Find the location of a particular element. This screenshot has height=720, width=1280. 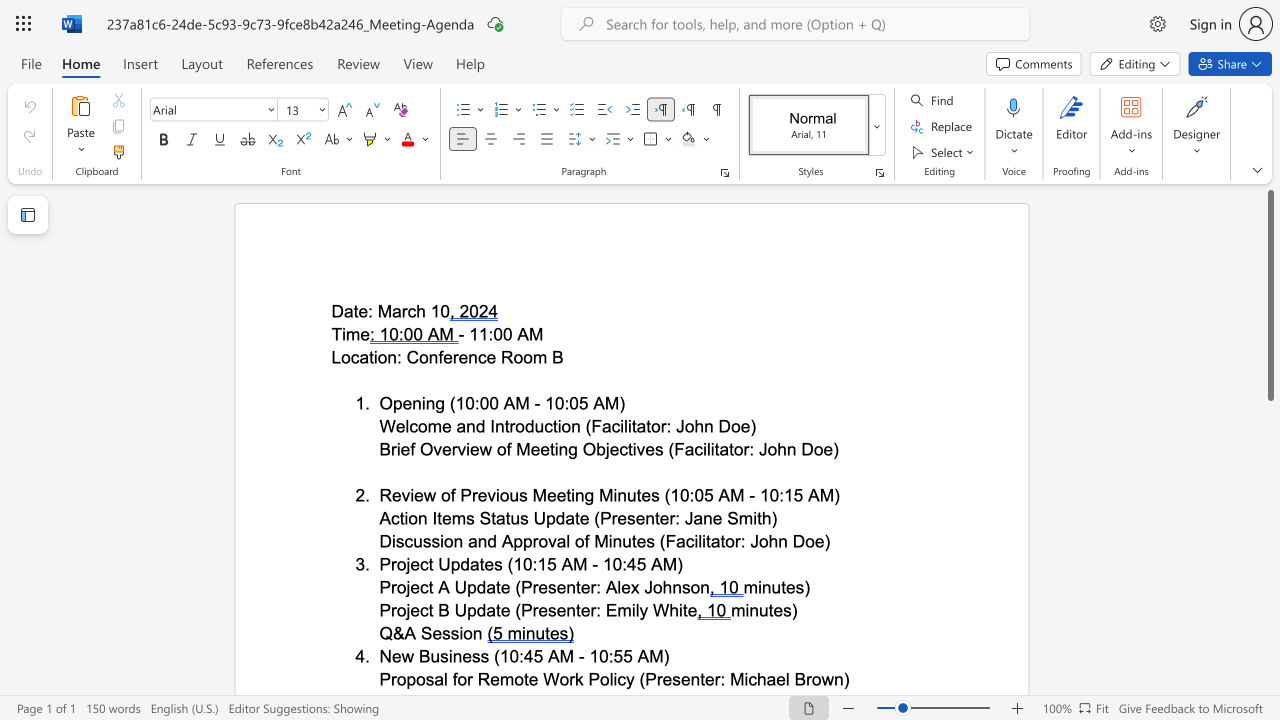

the 1th character "n" in the text is located at coordinates (570, 586).